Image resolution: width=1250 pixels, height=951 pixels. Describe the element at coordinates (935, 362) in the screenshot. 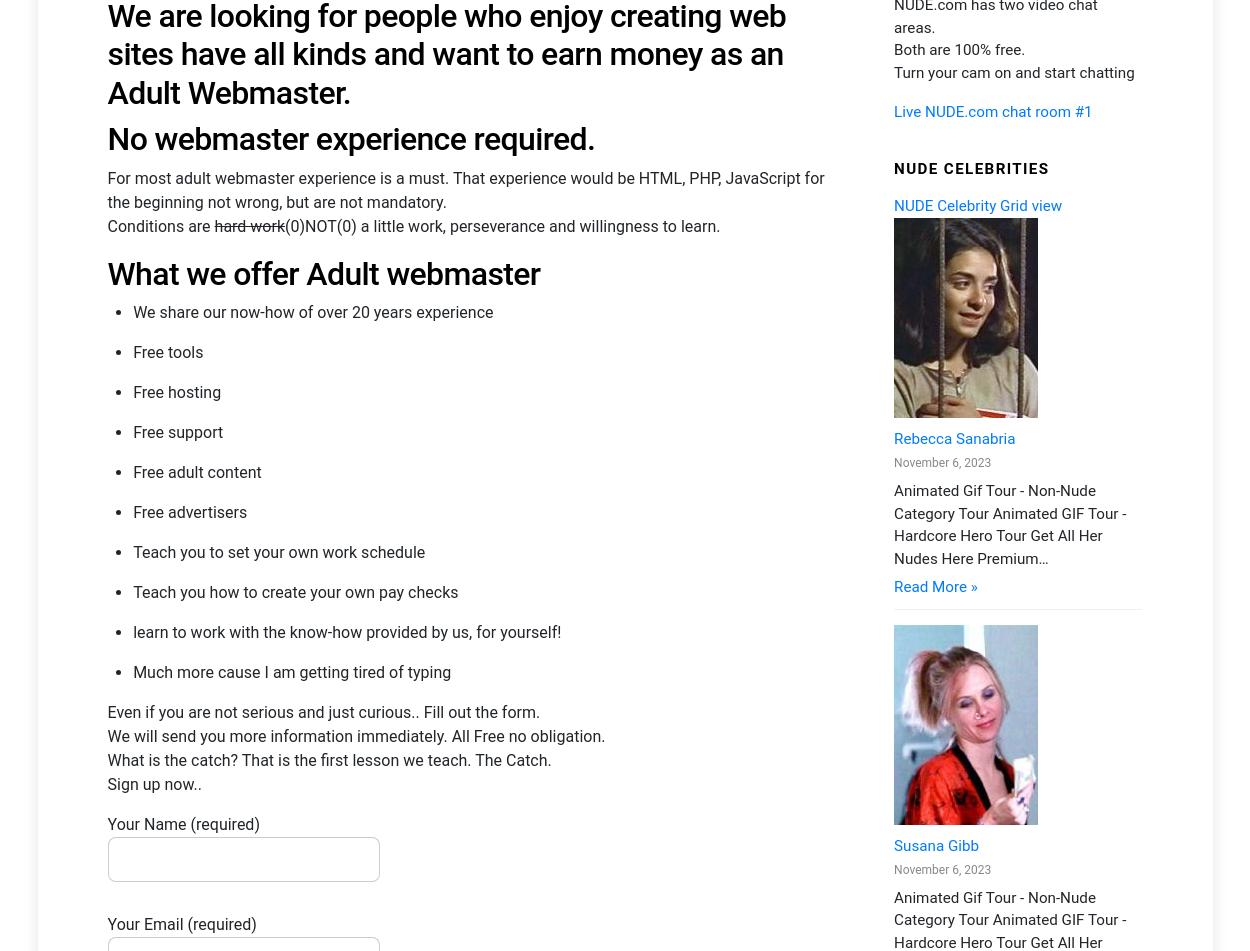

I see `'Read More »'` at that location.